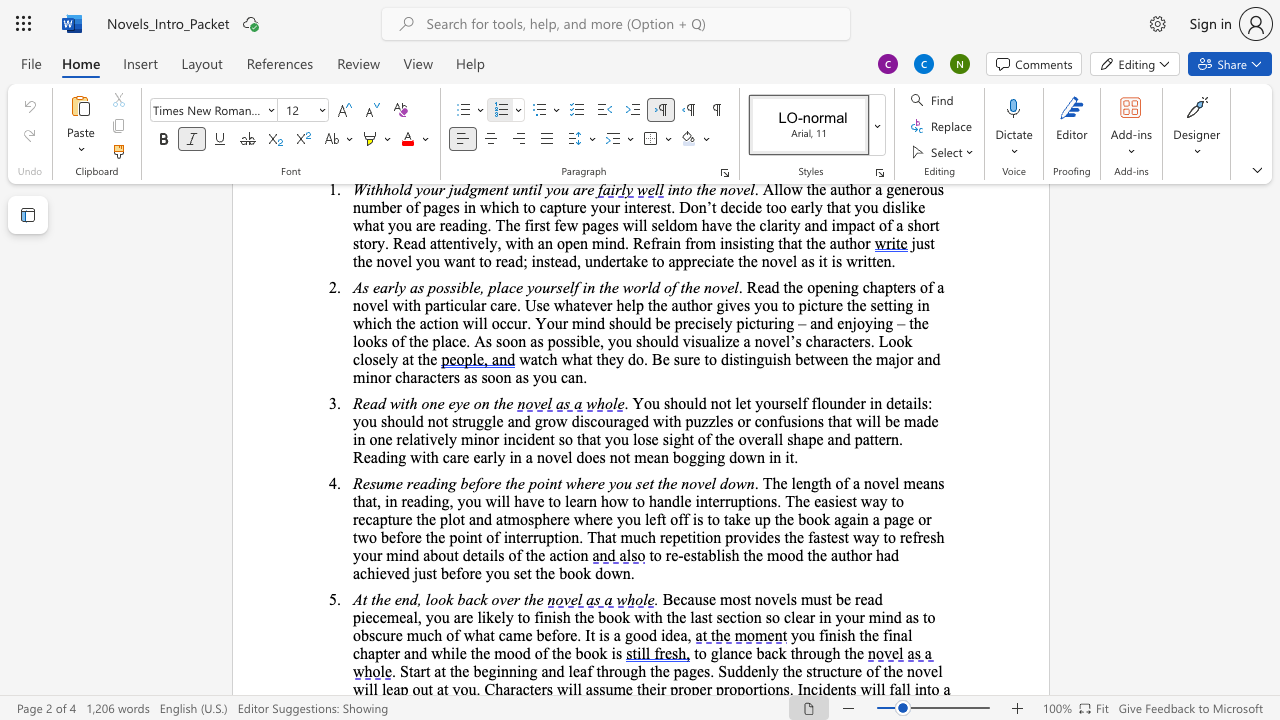 The width and height of the screenshot is (1280, 720). What do you see at coordinates (693, 483) in the screenshot?
I see `the 4th character "o" in the text` at bounding box center [693, 483].